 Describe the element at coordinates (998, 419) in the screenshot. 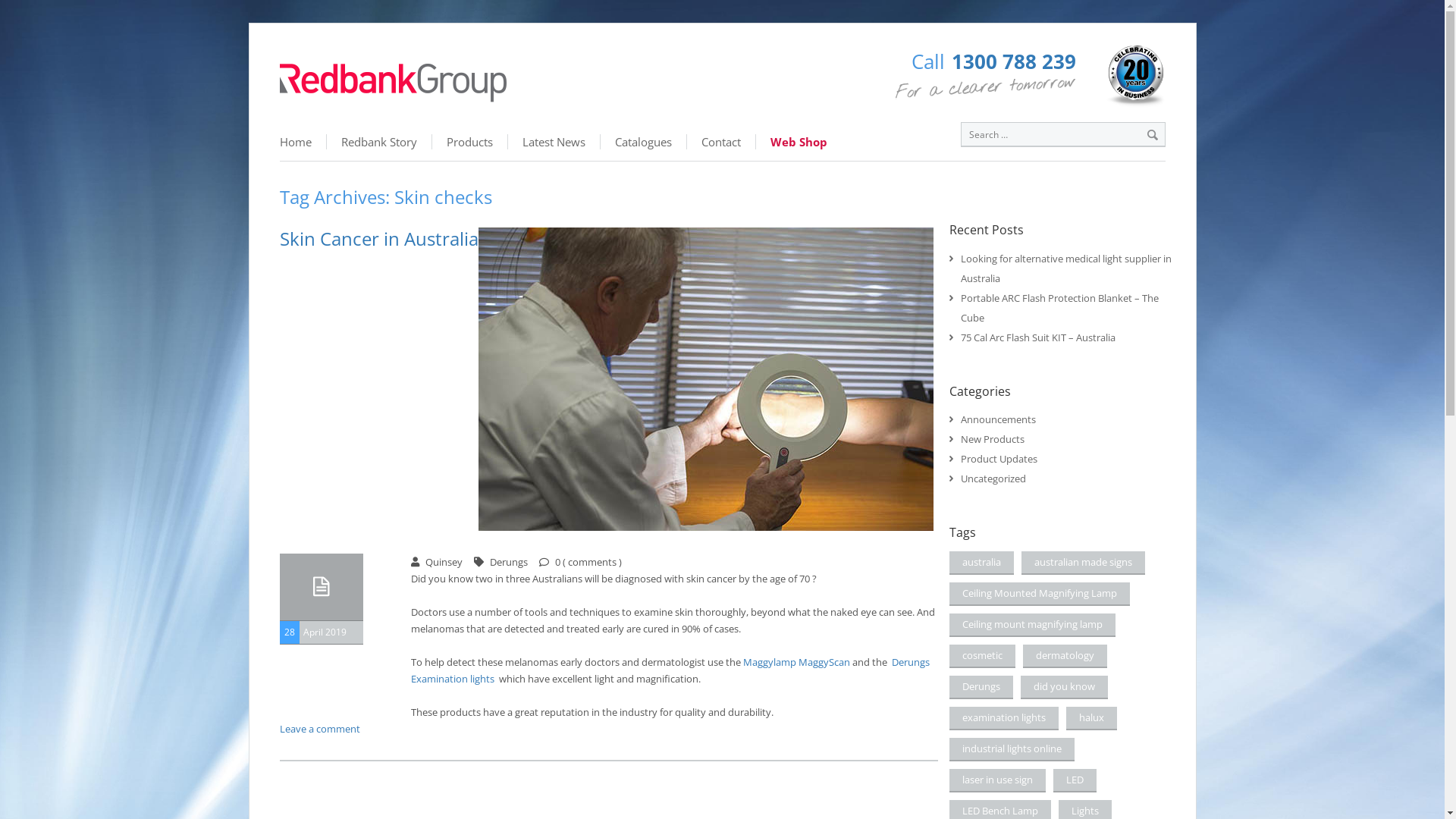

I see `'Announcements'` at that location.